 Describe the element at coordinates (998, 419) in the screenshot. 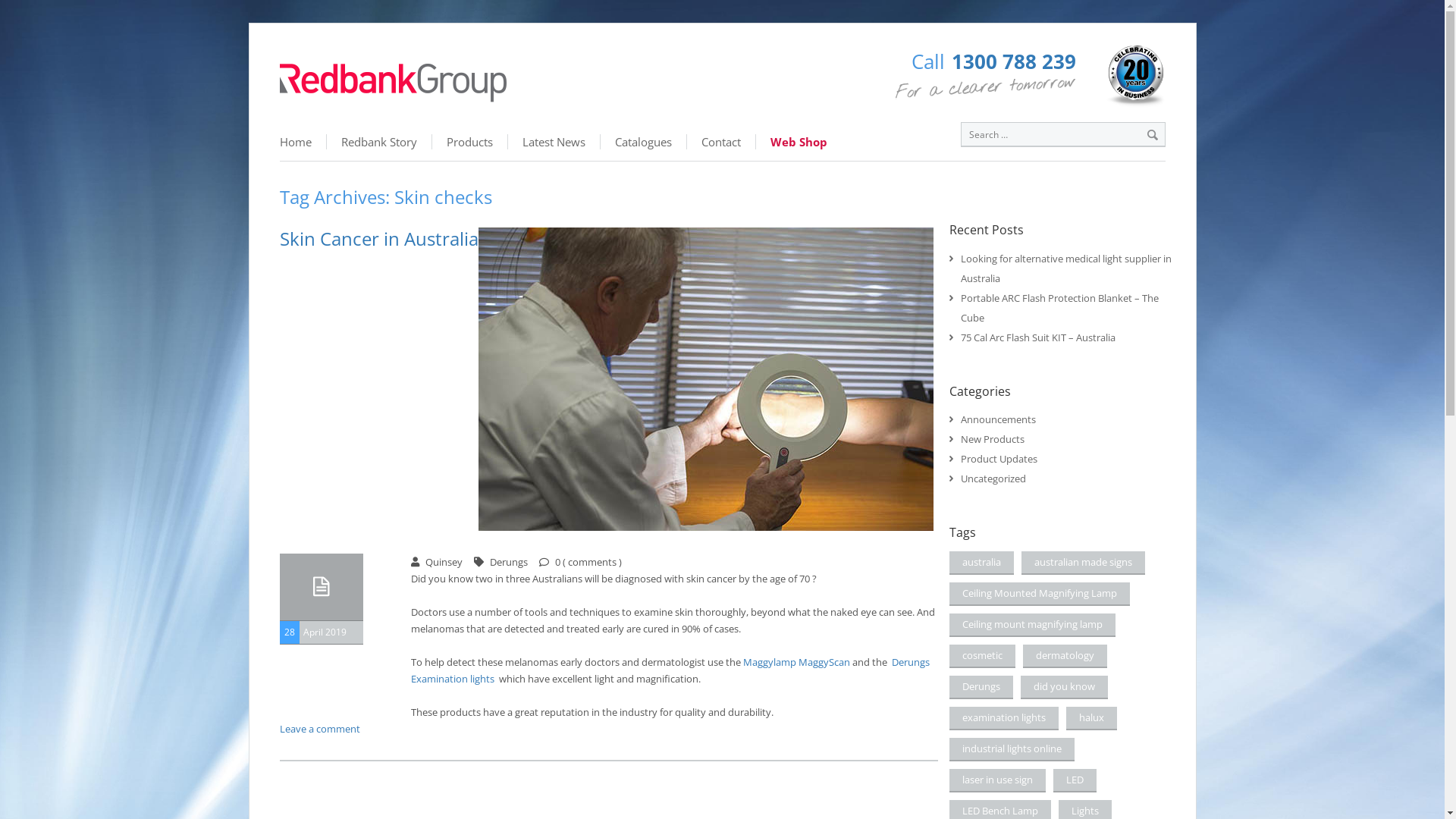

I see `'Announcements'` at that location.